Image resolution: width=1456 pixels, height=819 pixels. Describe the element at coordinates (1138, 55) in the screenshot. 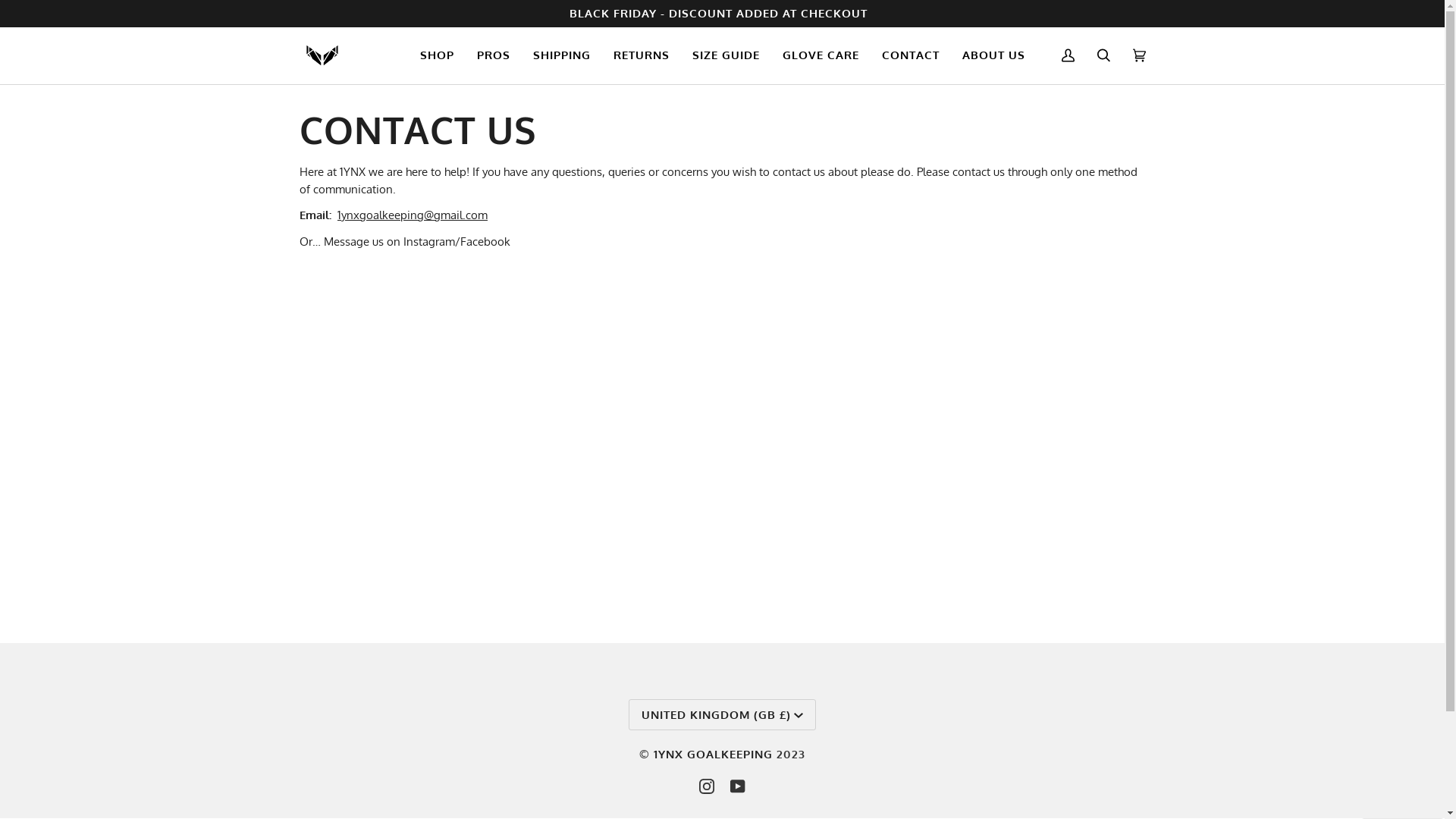

I see `'Cart` at that location.